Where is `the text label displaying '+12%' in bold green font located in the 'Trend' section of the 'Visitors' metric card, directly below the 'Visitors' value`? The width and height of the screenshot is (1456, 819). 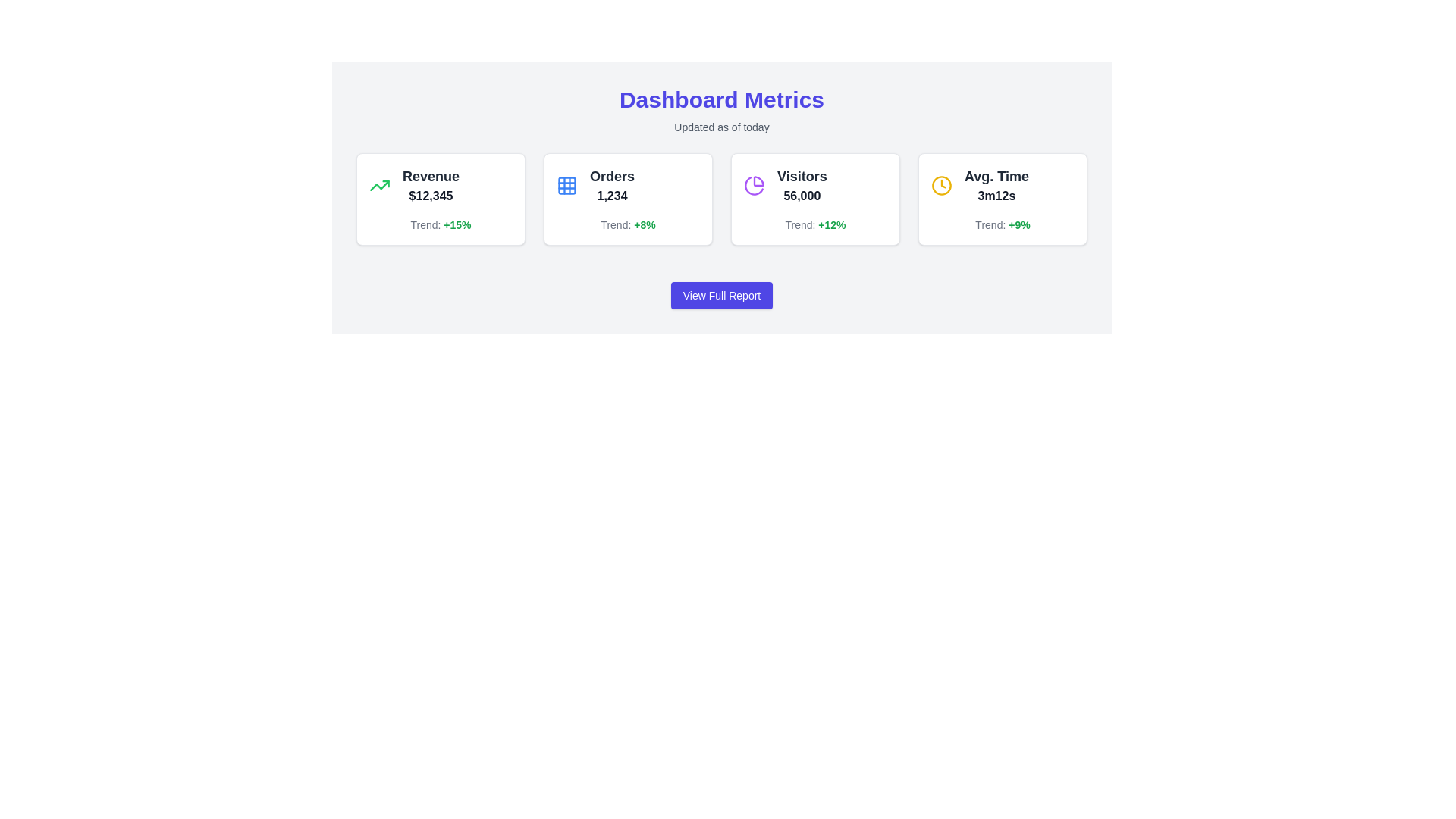
the text label displaying '+12%' in bold green font located in the 'Trend' section of the 'Visitors' metric card, directly below the 'Visitors' value is located at coordinates (831, 225).